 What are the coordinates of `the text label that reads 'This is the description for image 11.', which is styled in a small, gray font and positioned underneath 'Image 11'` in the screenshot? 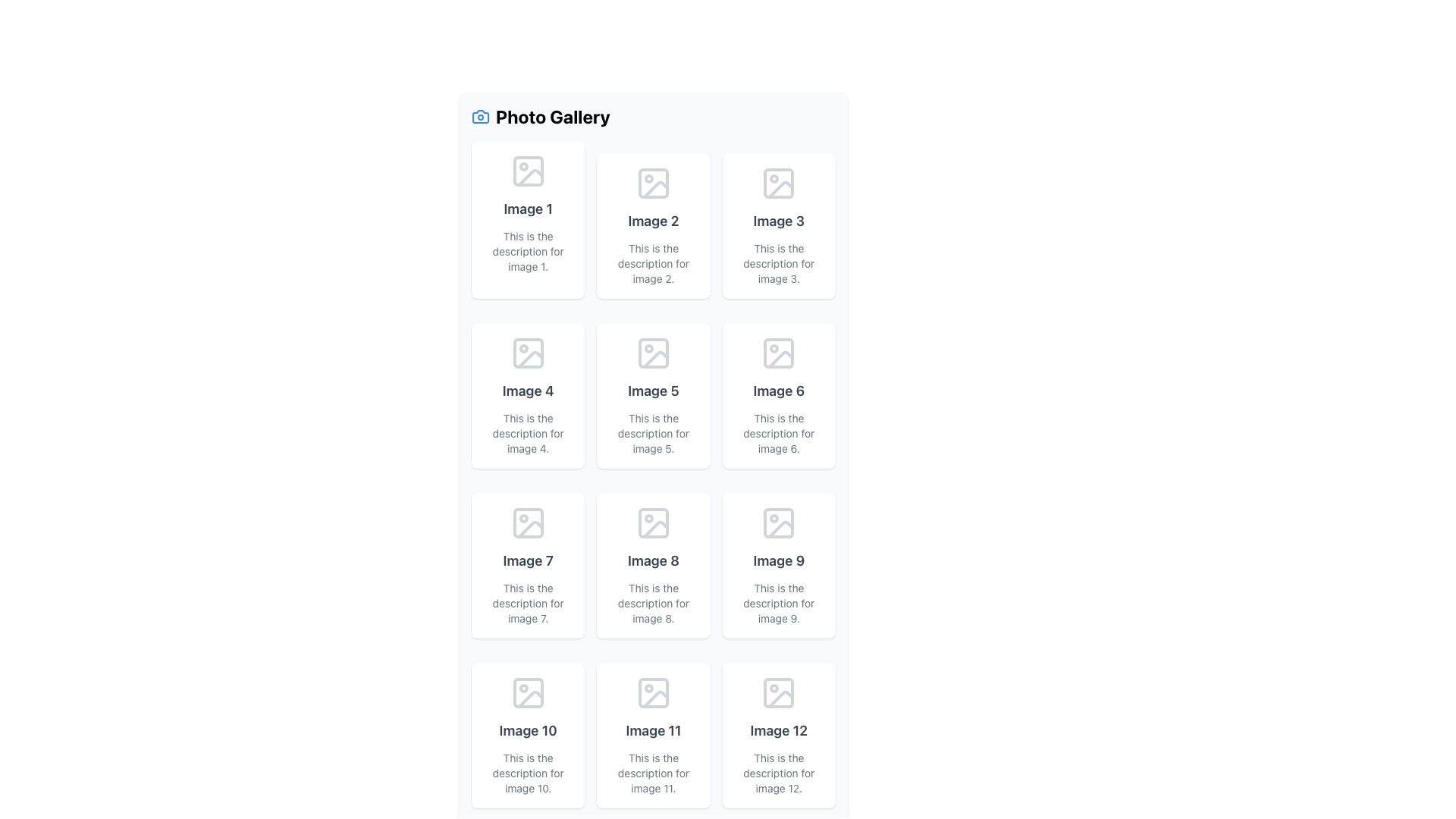 It's located at (654, 773).